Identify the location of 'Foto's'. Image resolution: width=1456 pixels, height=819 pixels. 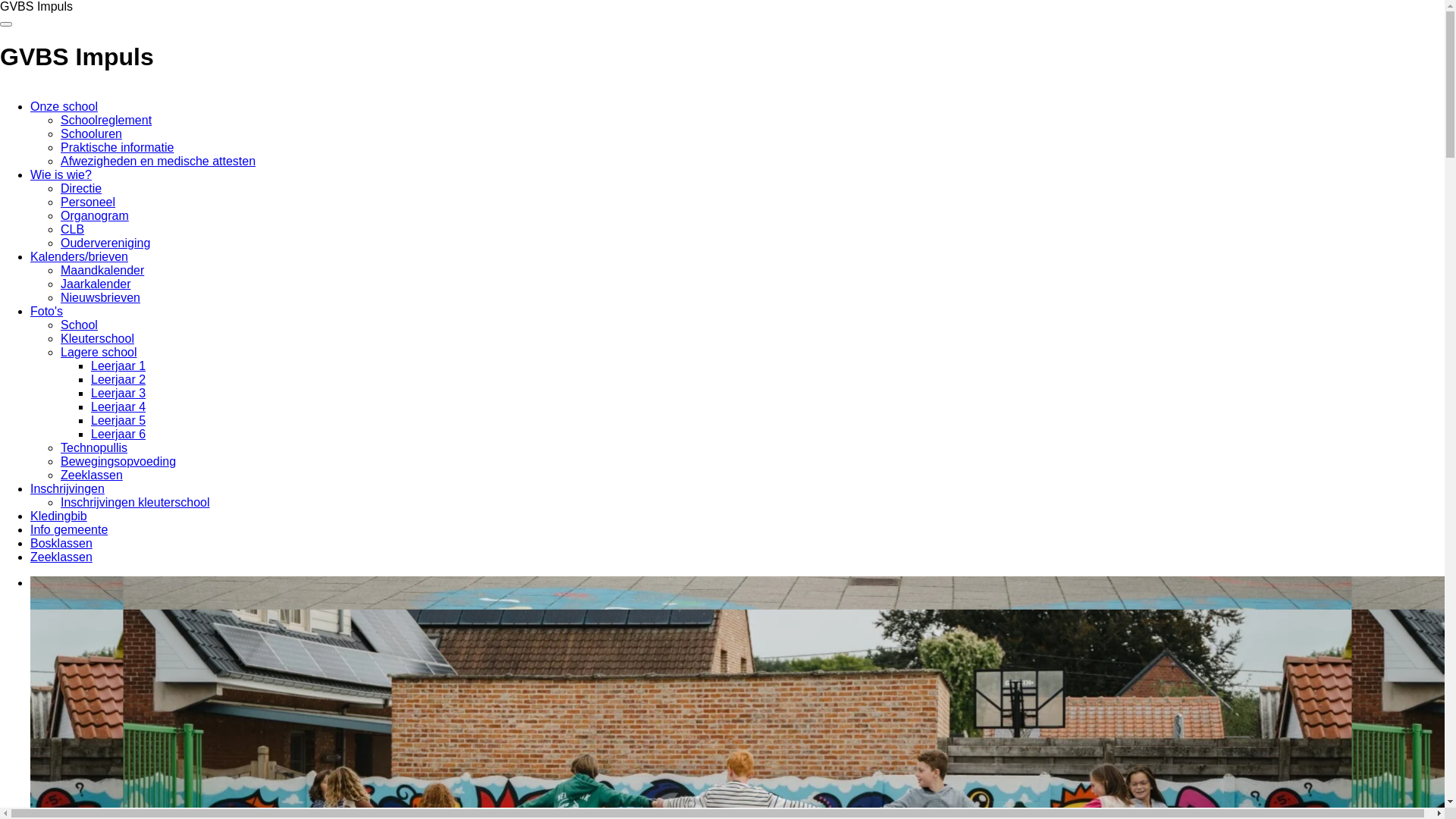
(46, 310).